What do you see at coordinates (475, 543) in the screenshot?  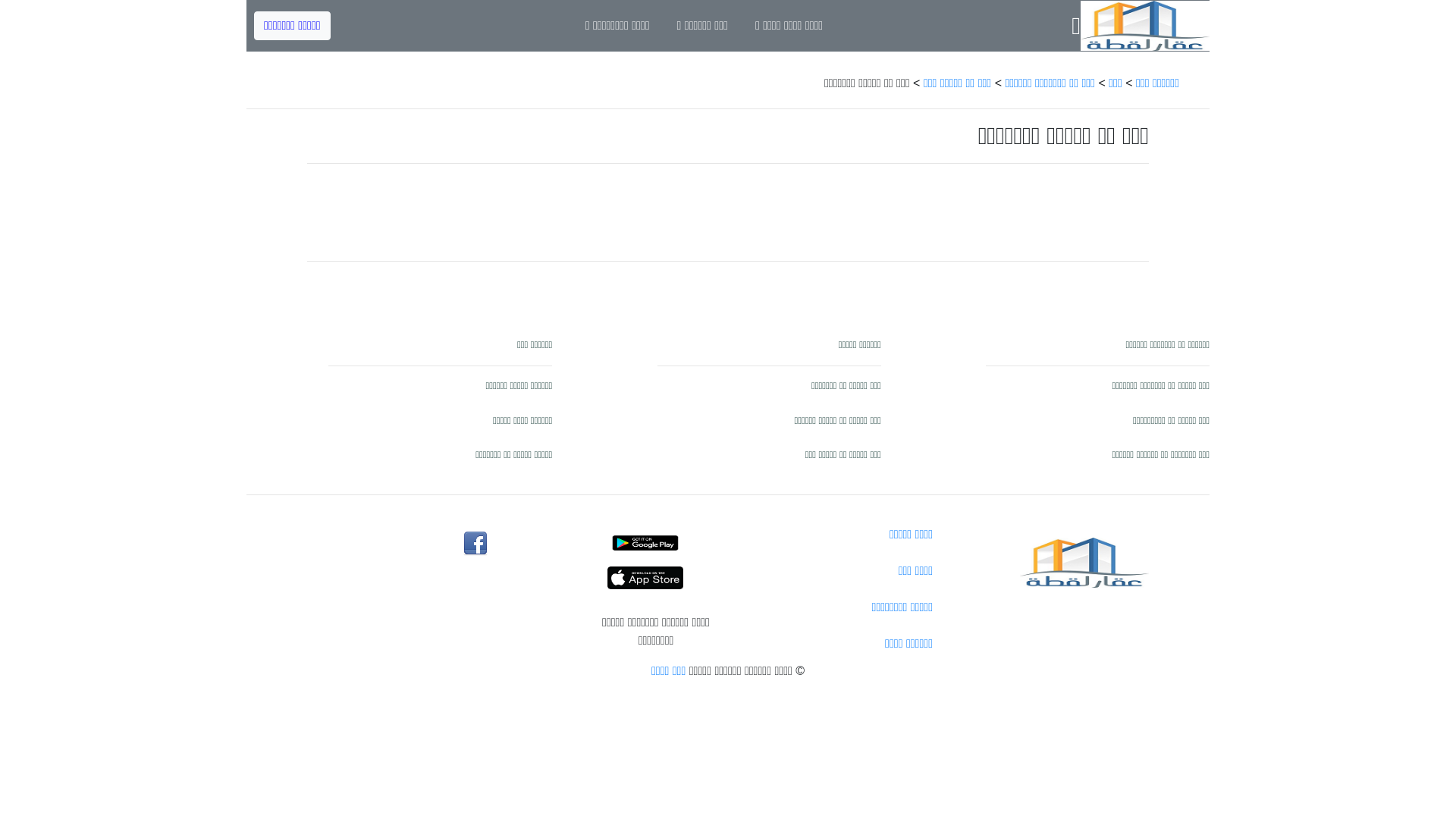 I see `'3qarlo2ta facebook'` at bounding box center [475, 543].